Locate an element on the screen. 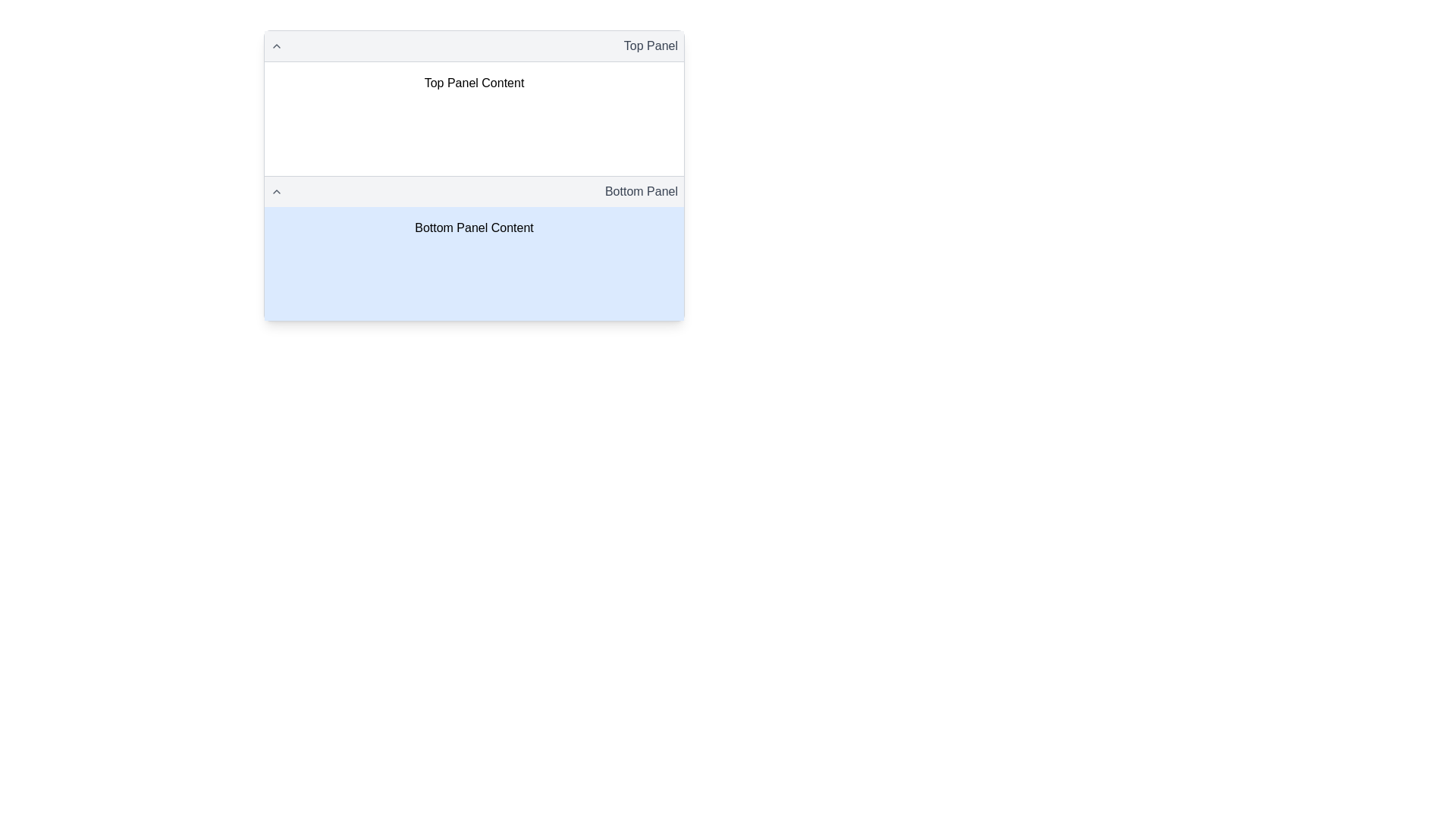 This screenshot has height=819, width=1456. the 'Top Panel' text label, which is styled with a medium-weight font and gray color, located at the far right of the header section is located at coordinates (651, 45).